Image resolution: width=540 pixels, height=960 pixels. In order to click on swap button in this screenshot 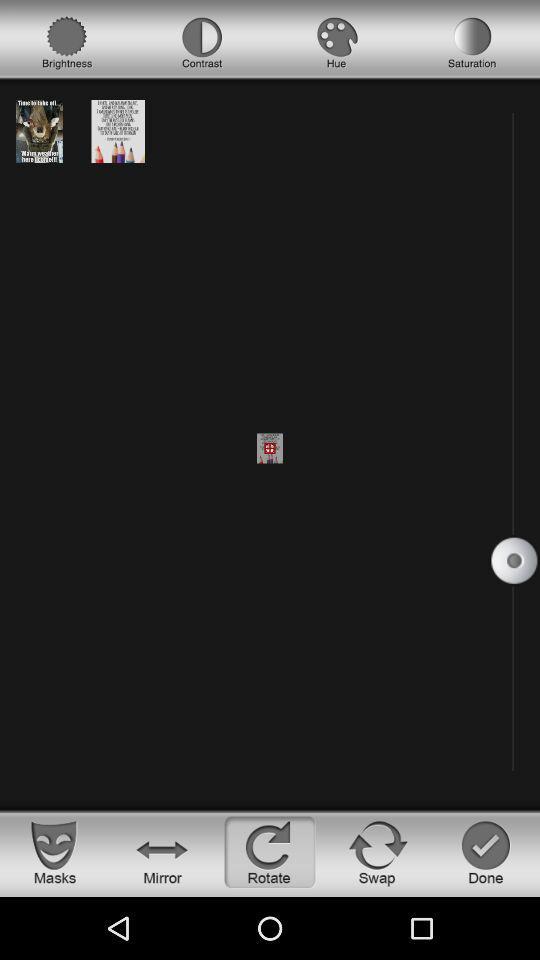, I will do `click(378, 851)`.